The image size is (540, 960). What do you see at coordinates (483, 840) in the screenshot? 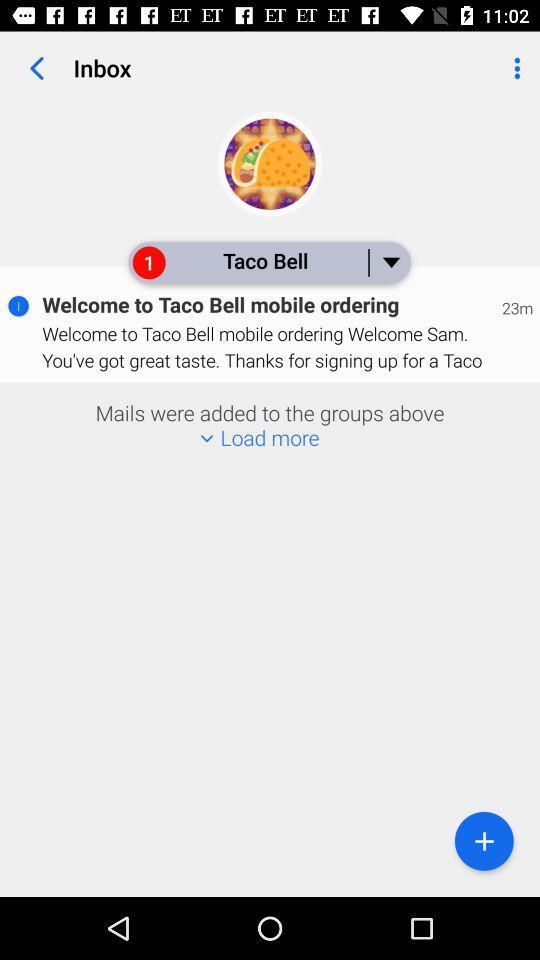
I see `item below welcome to taco icon` at bounding box center [483, 840].